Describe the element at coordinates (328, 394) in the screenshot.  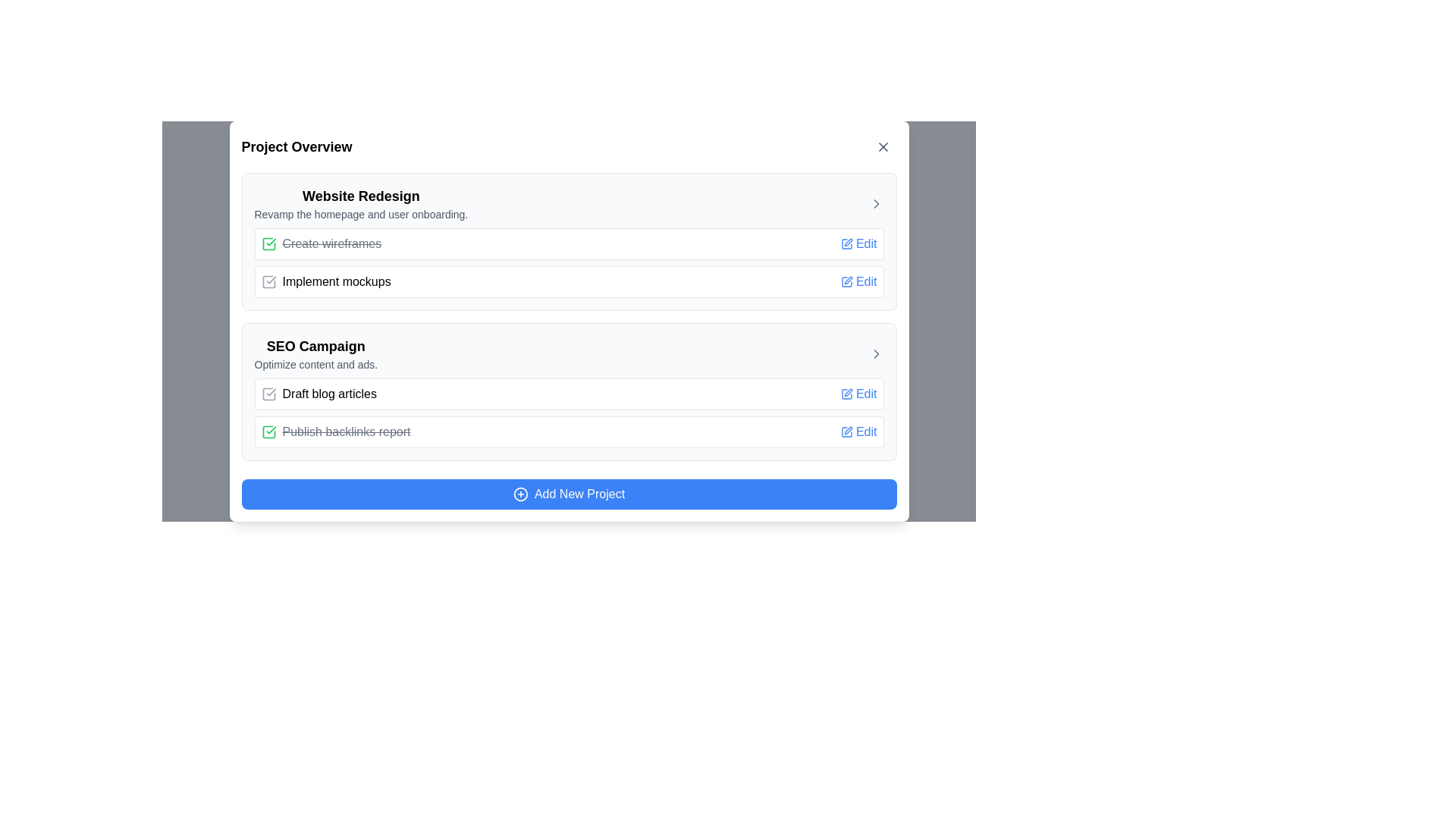
I see `text content of the label indicating a specific activity or subtask related to drafting blog articles in the 'SEO Campaign' project section, which is positioned to the right of a checkmark icon as the second task listed` at that location.